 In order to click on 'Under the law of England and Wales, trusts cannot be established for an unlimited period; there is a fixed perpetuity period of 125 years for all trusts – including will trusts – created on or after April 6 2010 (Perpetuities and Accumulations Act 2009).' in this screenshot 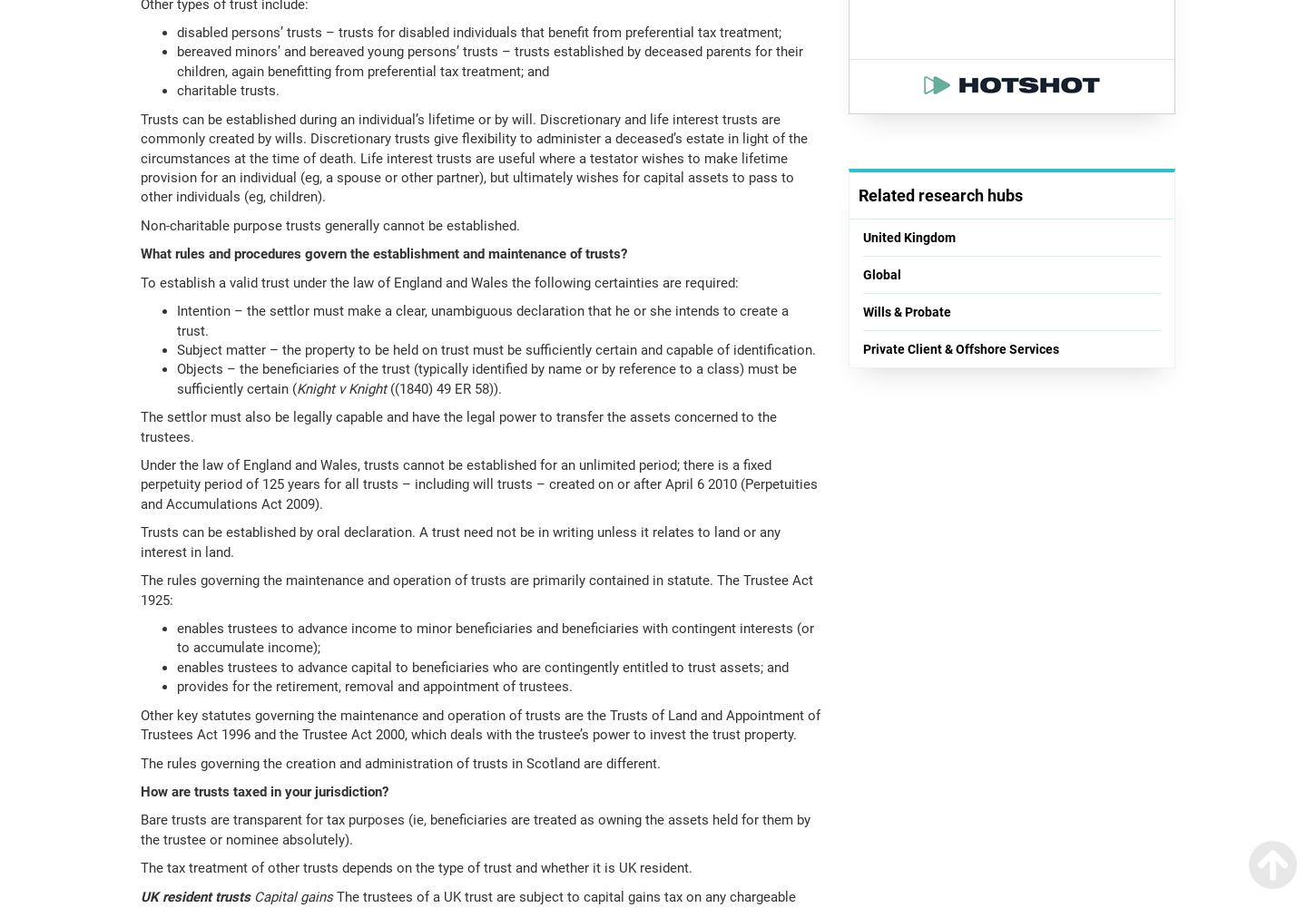, I will do `click(478, 483)`.